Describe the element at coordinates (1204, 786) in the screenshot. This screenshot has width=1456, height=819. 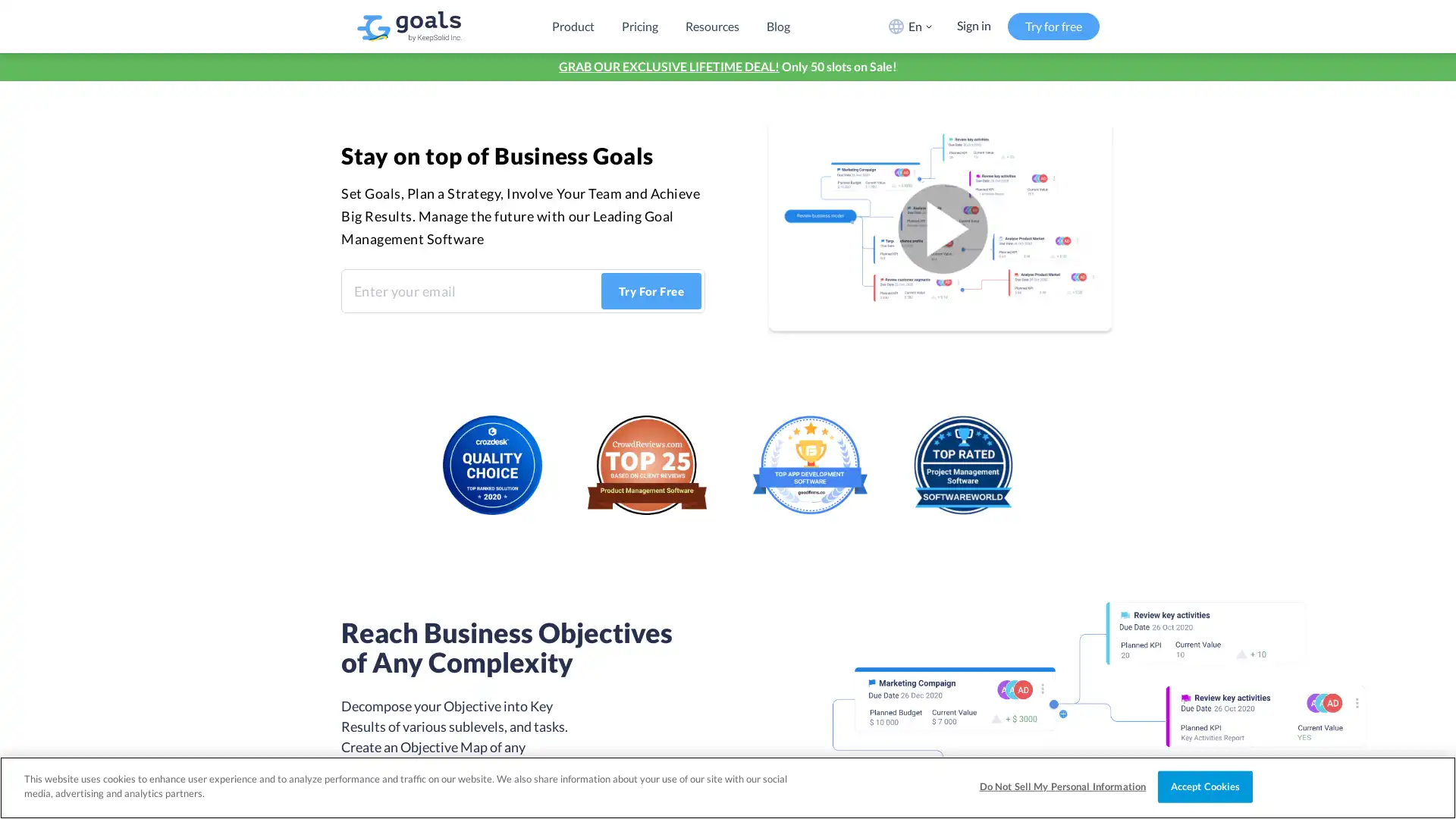
I see `Accept Cookies` at that location.